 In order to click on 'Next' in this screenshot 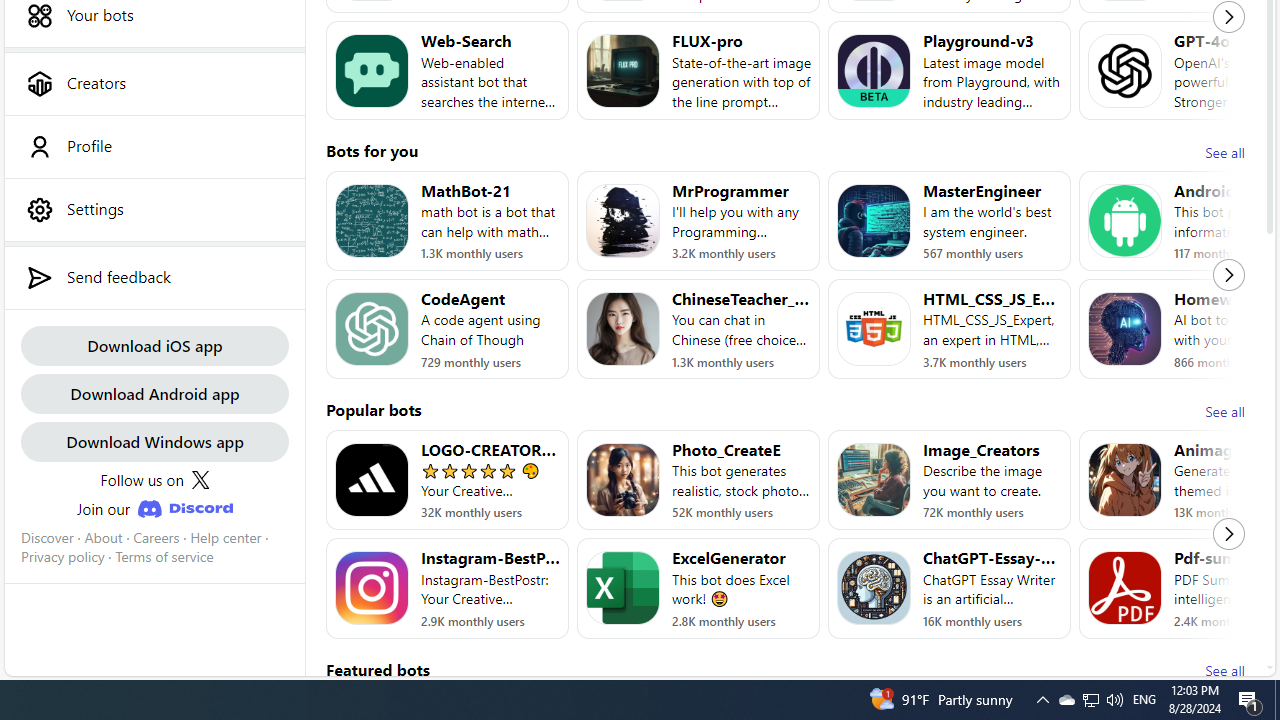, I will do `click(1228, 533)`.